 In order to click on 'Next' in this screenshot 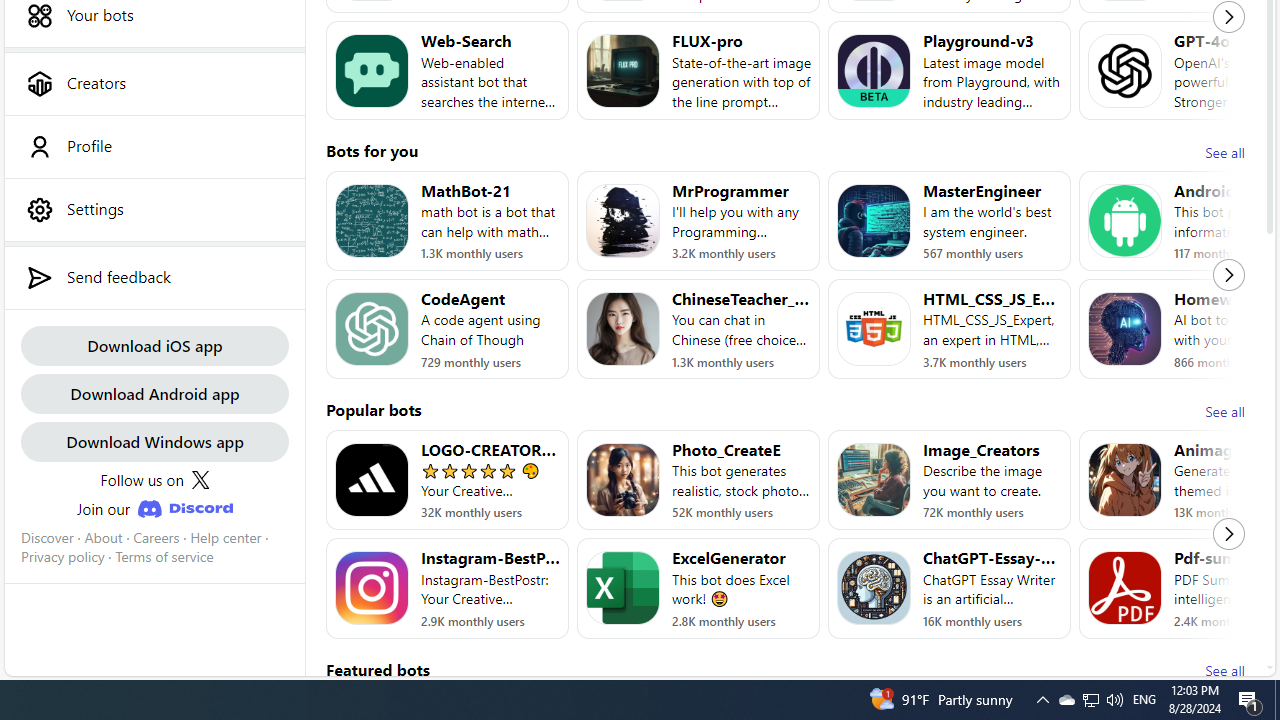, I will do `click(1228, 533)`.